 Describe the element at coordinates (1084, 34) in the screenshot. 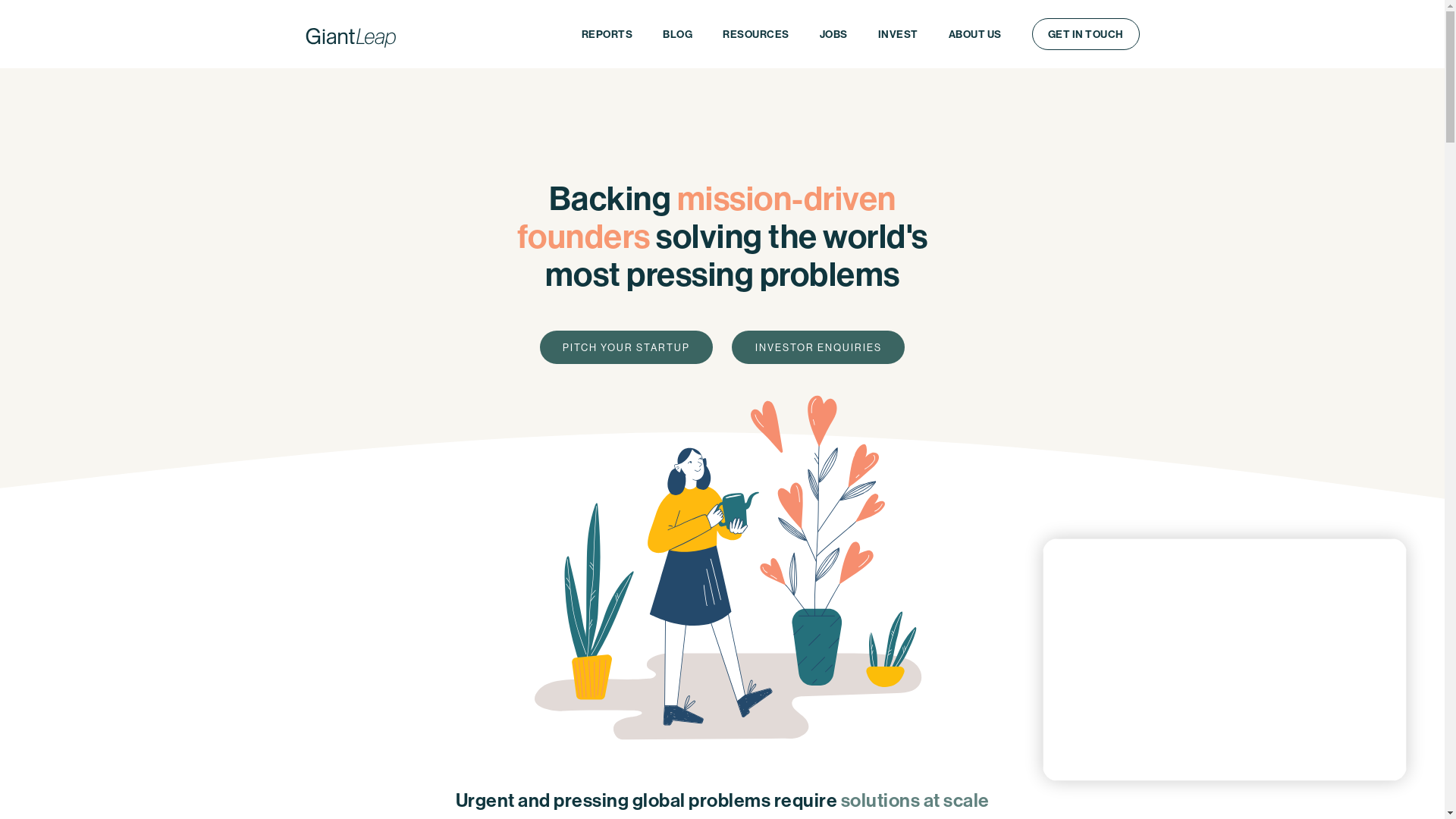

I see `'GET IN TOUCH'` at that location.